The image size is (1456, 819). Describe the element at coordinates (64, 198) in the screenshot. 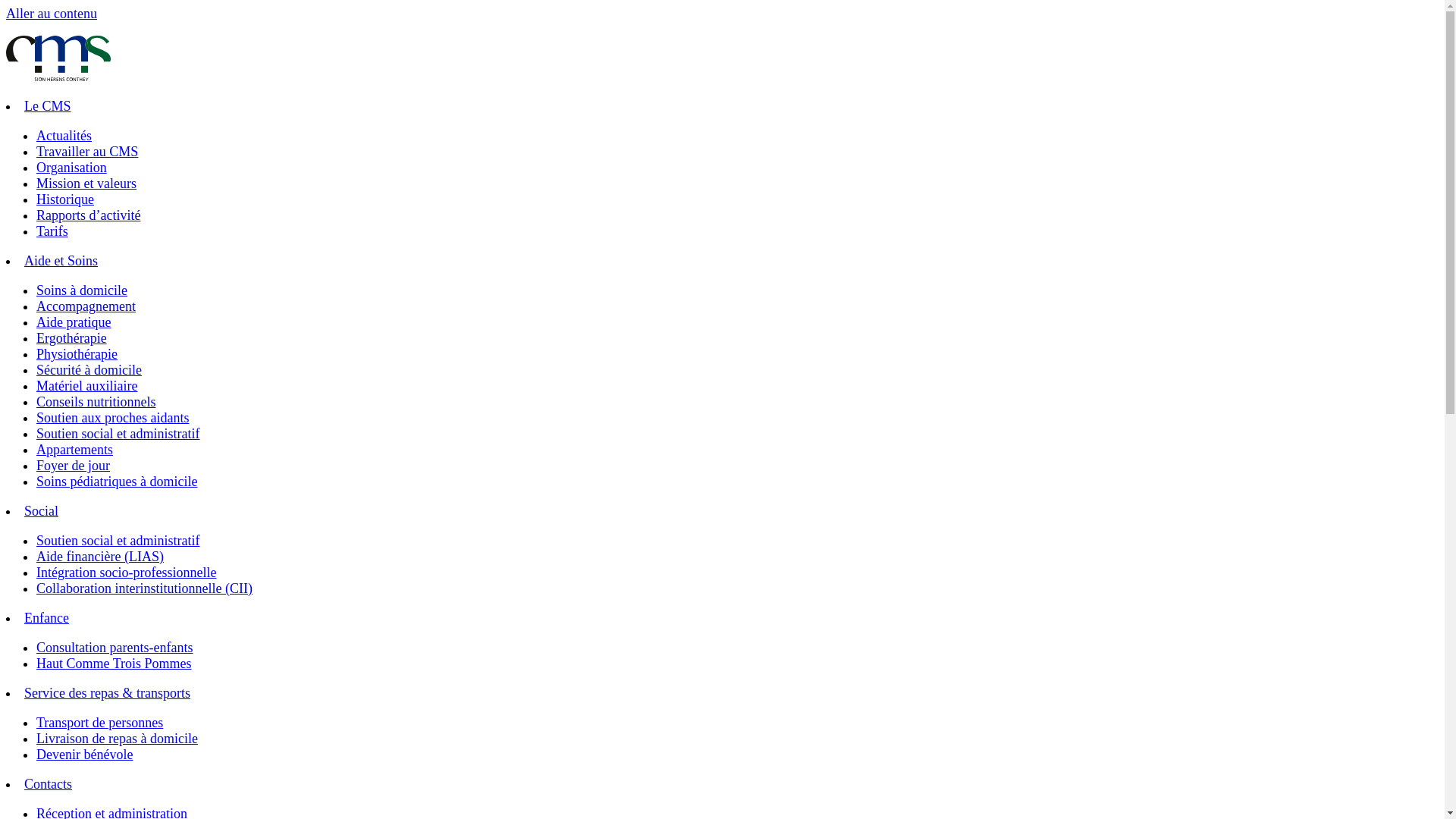

I see `'Historique'` at that location.